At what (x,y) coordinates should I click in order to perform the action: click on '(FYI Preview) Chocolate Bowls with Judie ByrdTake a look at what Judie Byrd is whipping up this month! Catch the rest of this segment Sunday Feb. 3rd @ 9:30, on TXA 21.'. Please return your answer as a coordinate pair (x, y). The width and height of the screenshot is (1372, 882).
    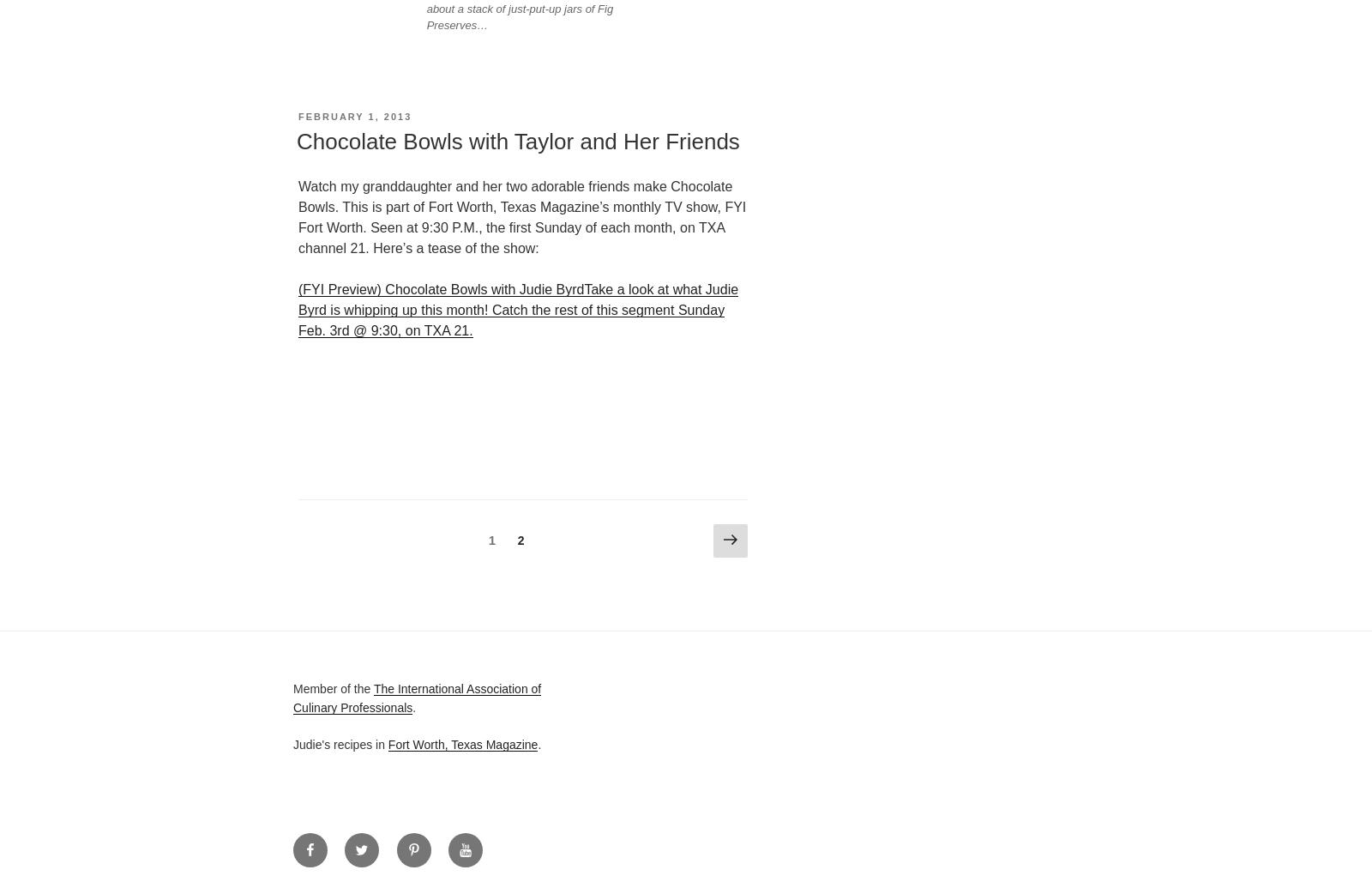
    Looking at the image, I should click on (518, 309).